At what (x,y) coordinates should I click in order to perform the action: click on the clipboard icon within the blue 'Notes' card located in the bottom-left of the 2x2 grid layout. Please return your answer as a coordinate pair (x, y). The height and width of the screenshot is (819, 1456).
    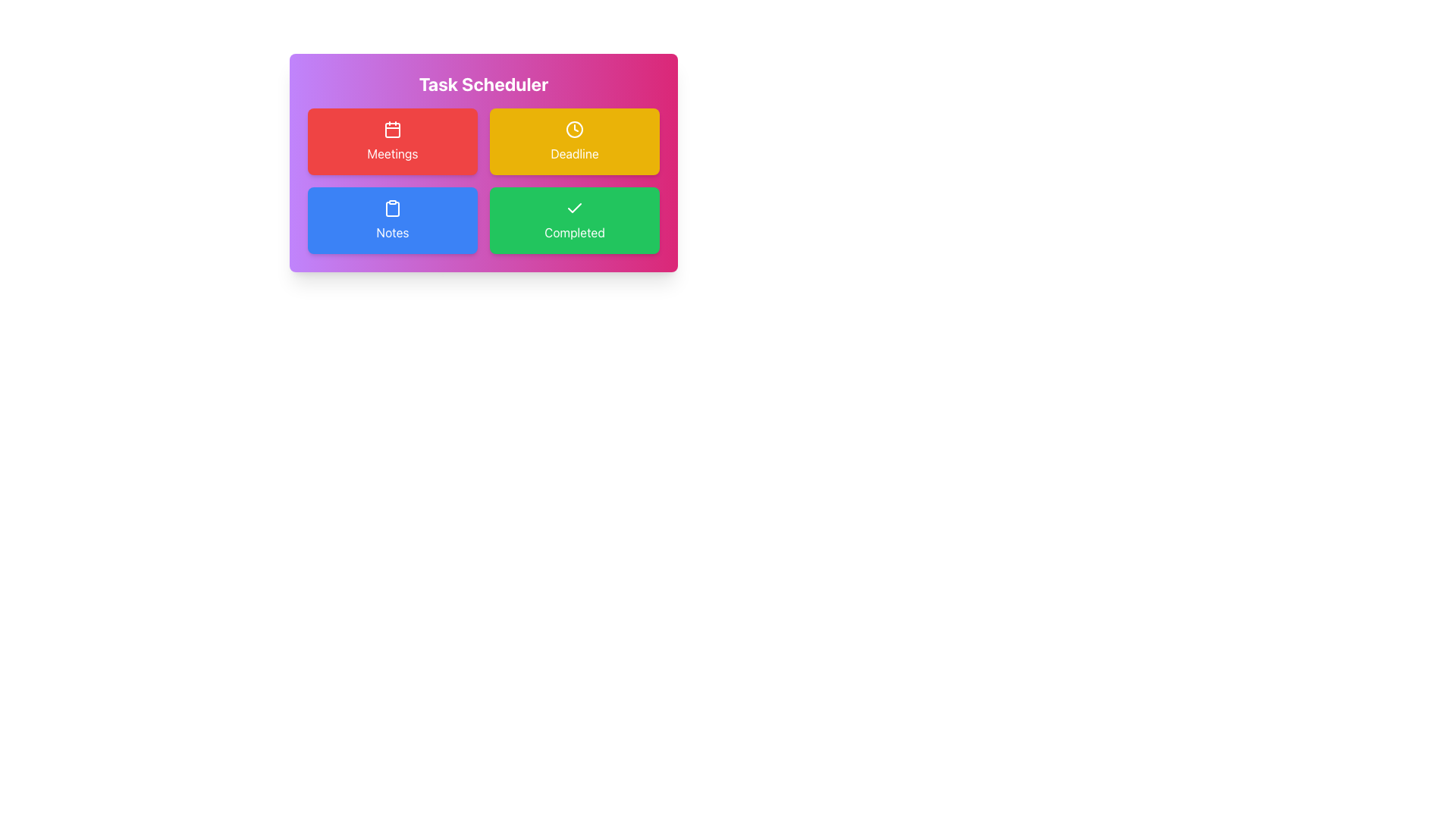
    Looking at the image, I should click on (393, 209).